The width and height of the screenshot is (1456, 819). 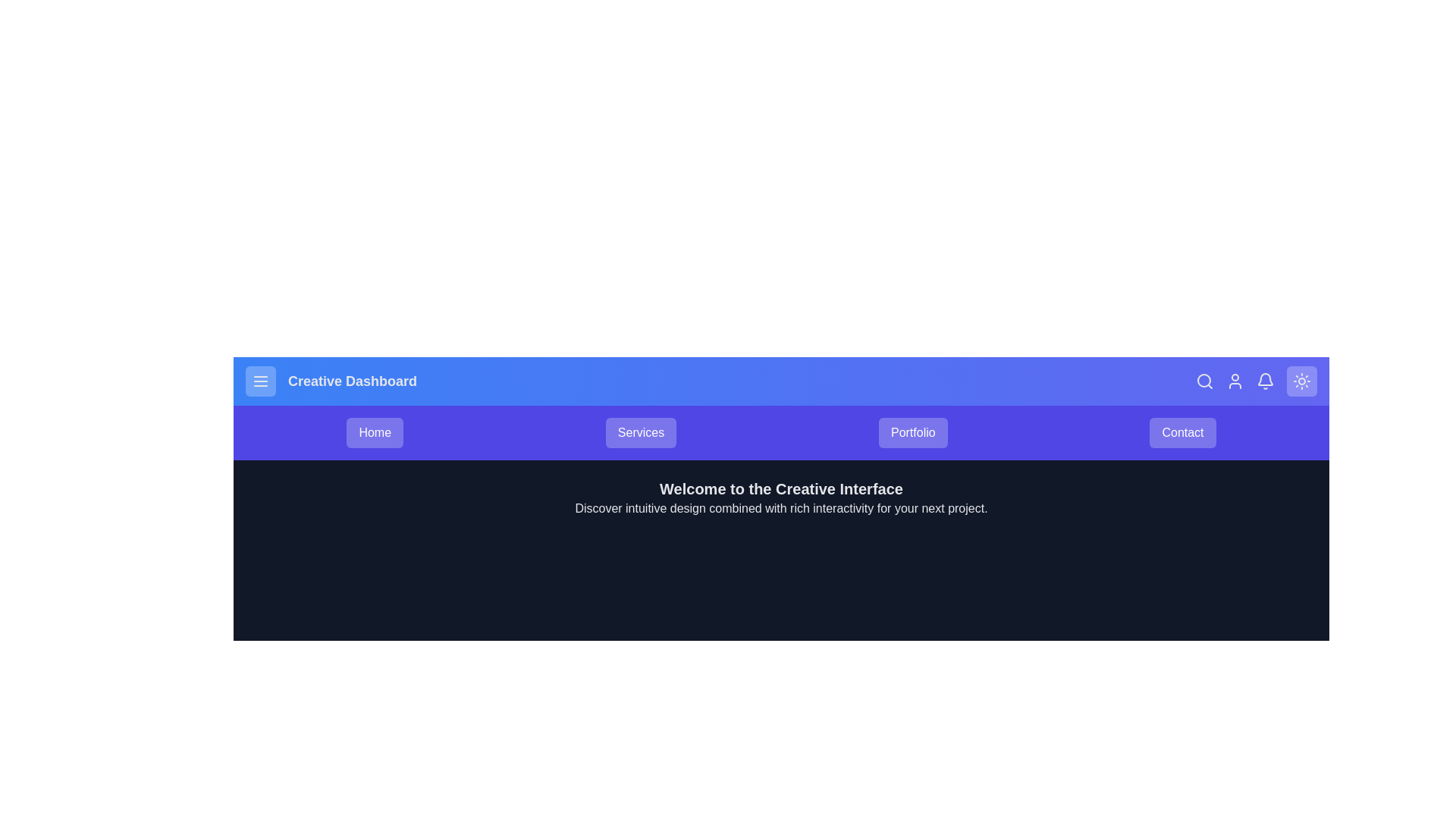 What do you see at coordinates (1203, 380) in the screenshot?
I see `the search icon in the header` at bounding box center [1203, 380].